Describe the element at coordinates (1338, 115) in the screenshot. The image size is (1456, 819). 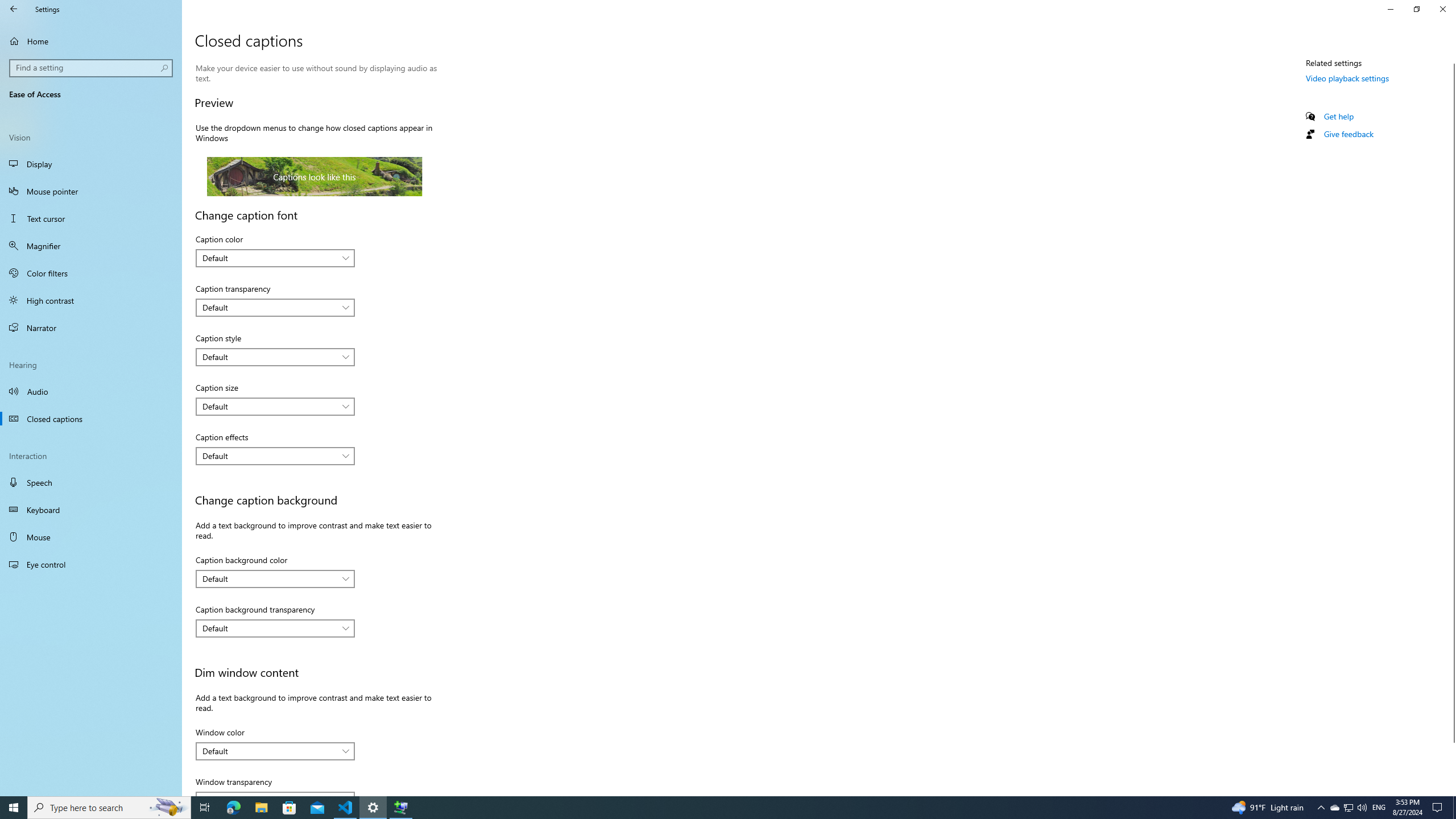
I see `'Get help'` at that location.